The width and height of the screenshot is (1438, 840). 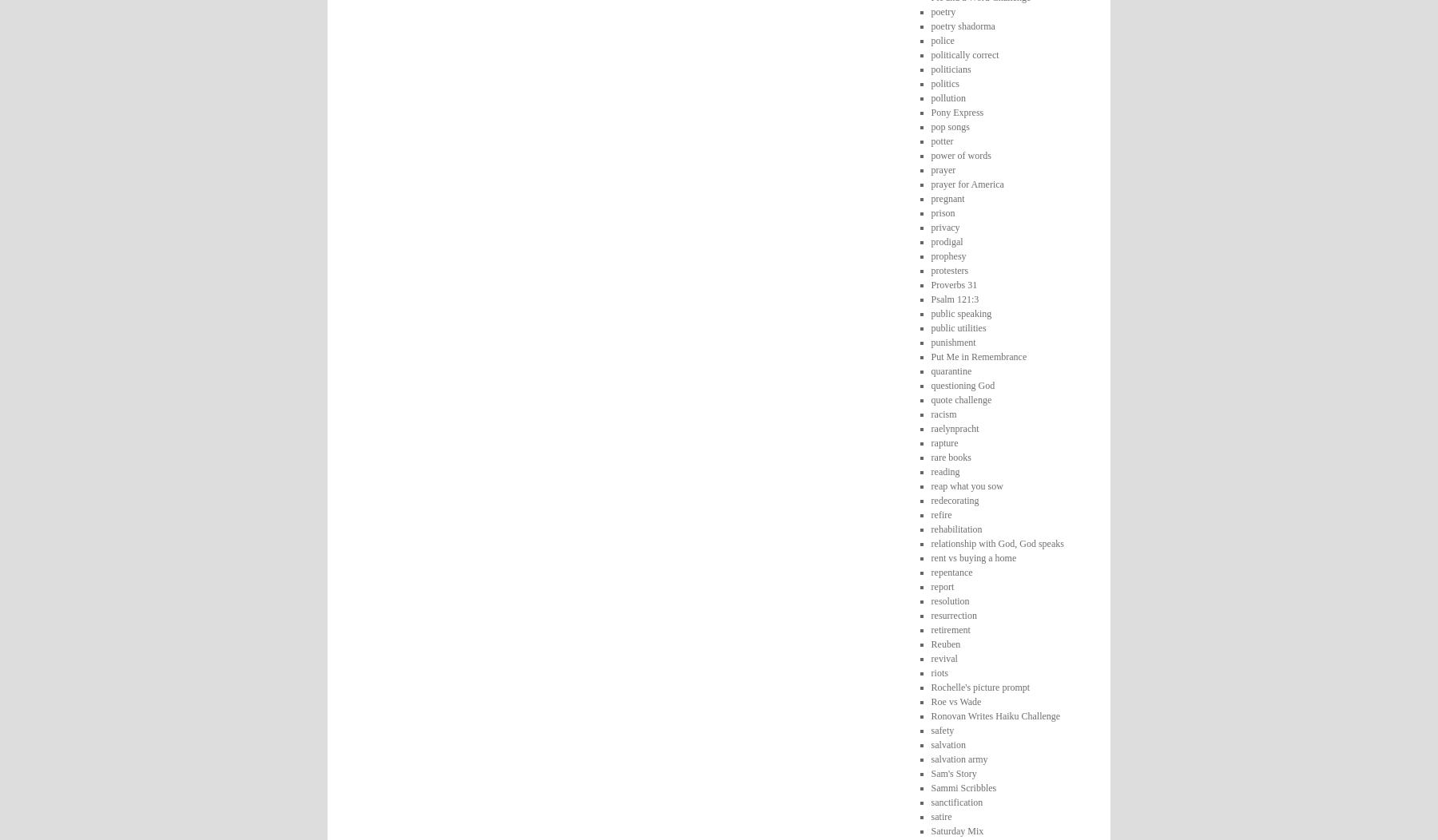 What do you see at coordinates (961, 385) in the screenshot?
I see `'questioning God'` at bounding box center [961, 385].